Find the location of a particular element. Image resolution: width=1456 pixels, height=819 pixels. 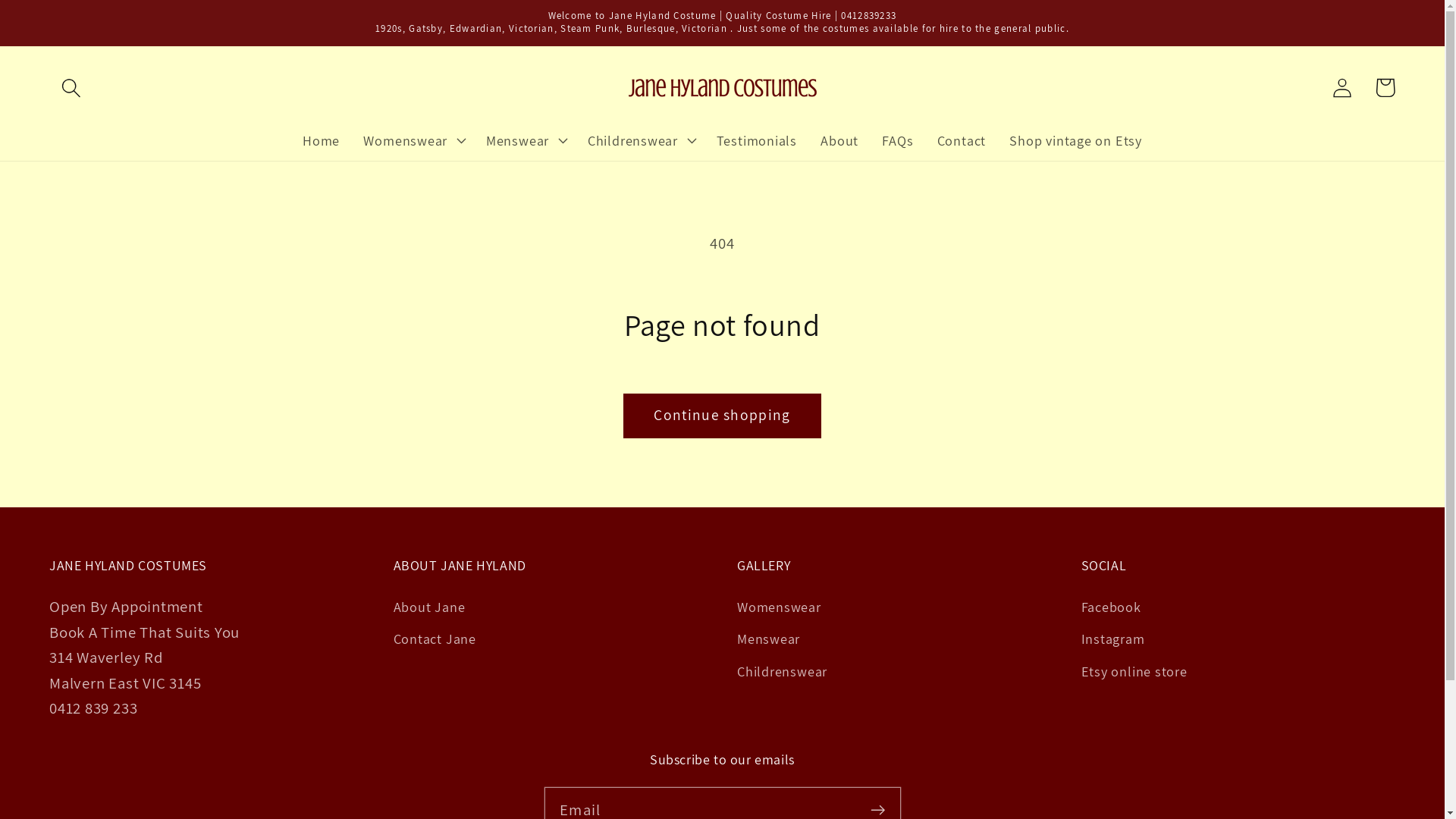

'Log in' is located at coordinates (1341, 87).